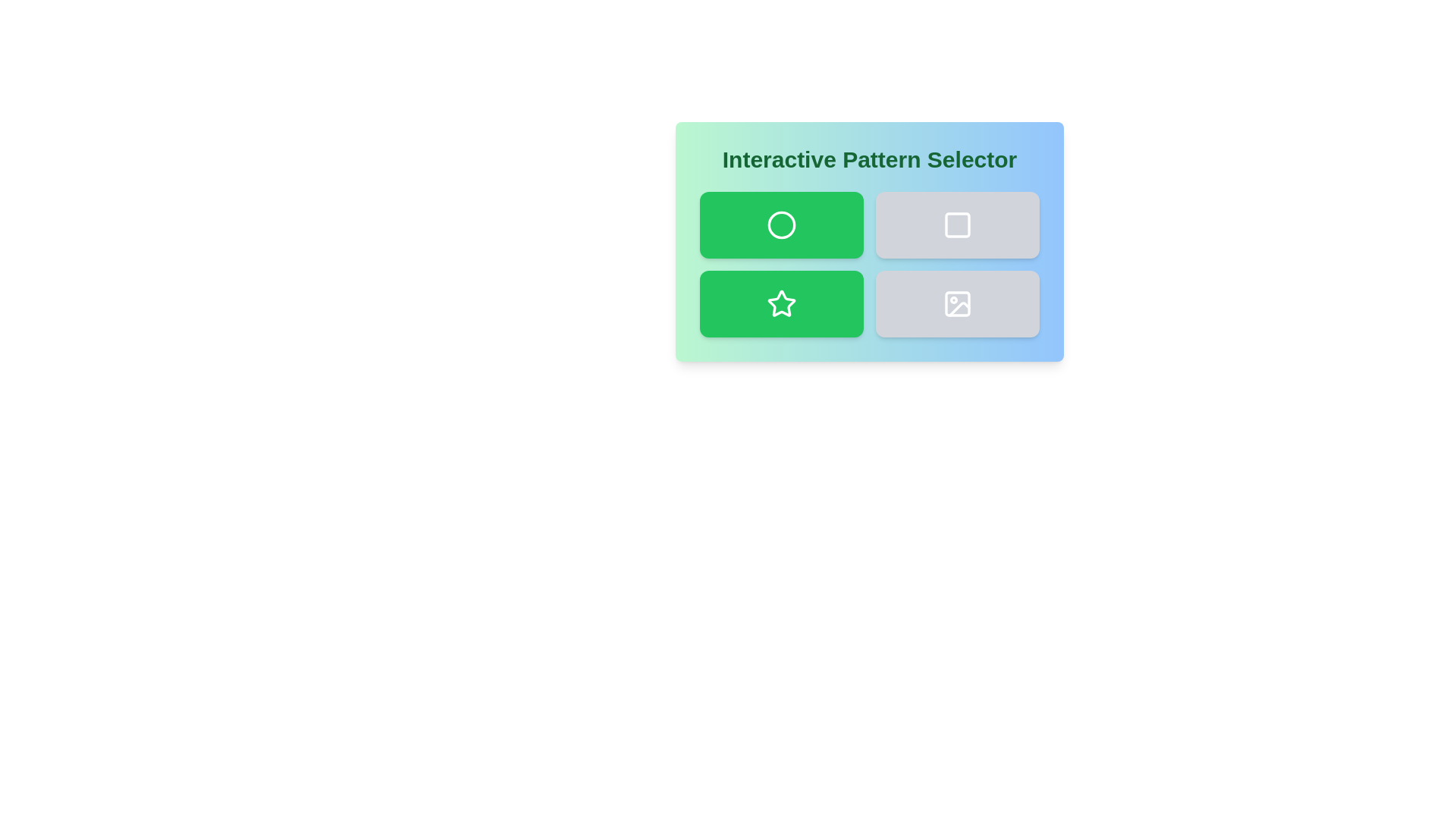 The height and width of the screenshot is (819, 1456). Describe the element at coordinates (956, 304) in the screenshot. I see `the button corresponding to Custom` at that location.